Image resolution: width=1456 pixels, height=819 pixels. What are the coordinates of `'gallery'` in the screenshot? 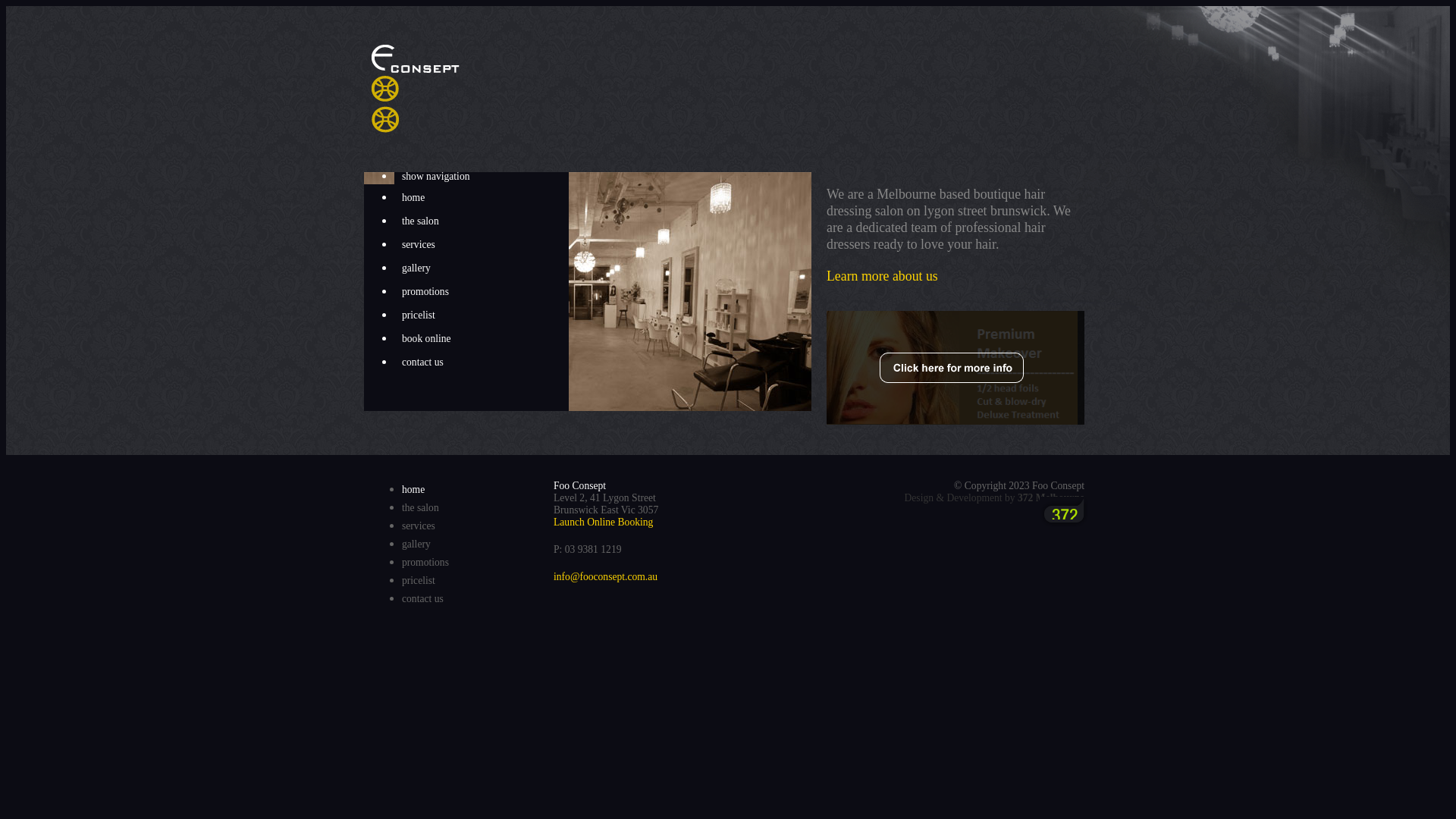 It's located at (416, 543).